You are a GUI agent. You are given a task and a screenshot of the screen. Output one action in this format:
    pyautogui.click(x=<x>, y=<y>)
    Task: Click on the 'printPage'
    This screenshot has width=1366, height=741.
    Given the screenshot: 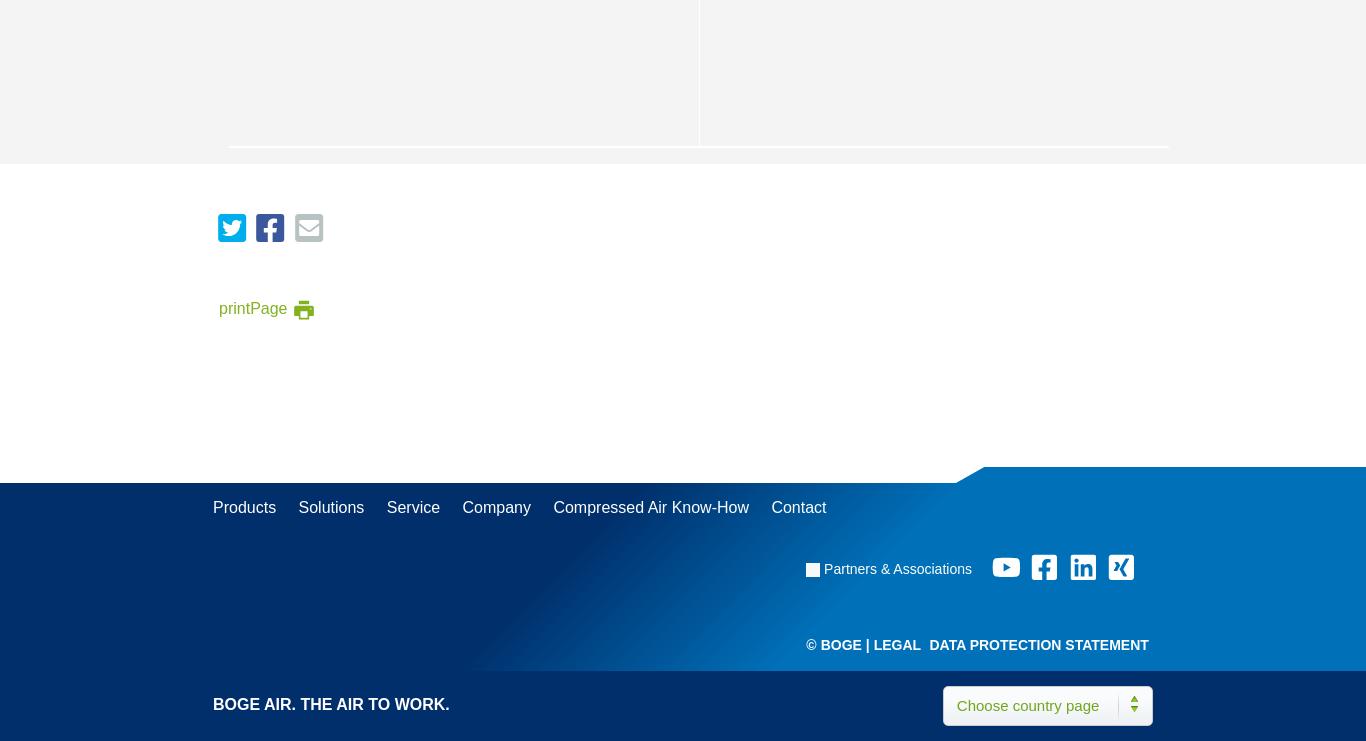 What is the action you would take?
    pyautogui.click(x=252, y=307)
    